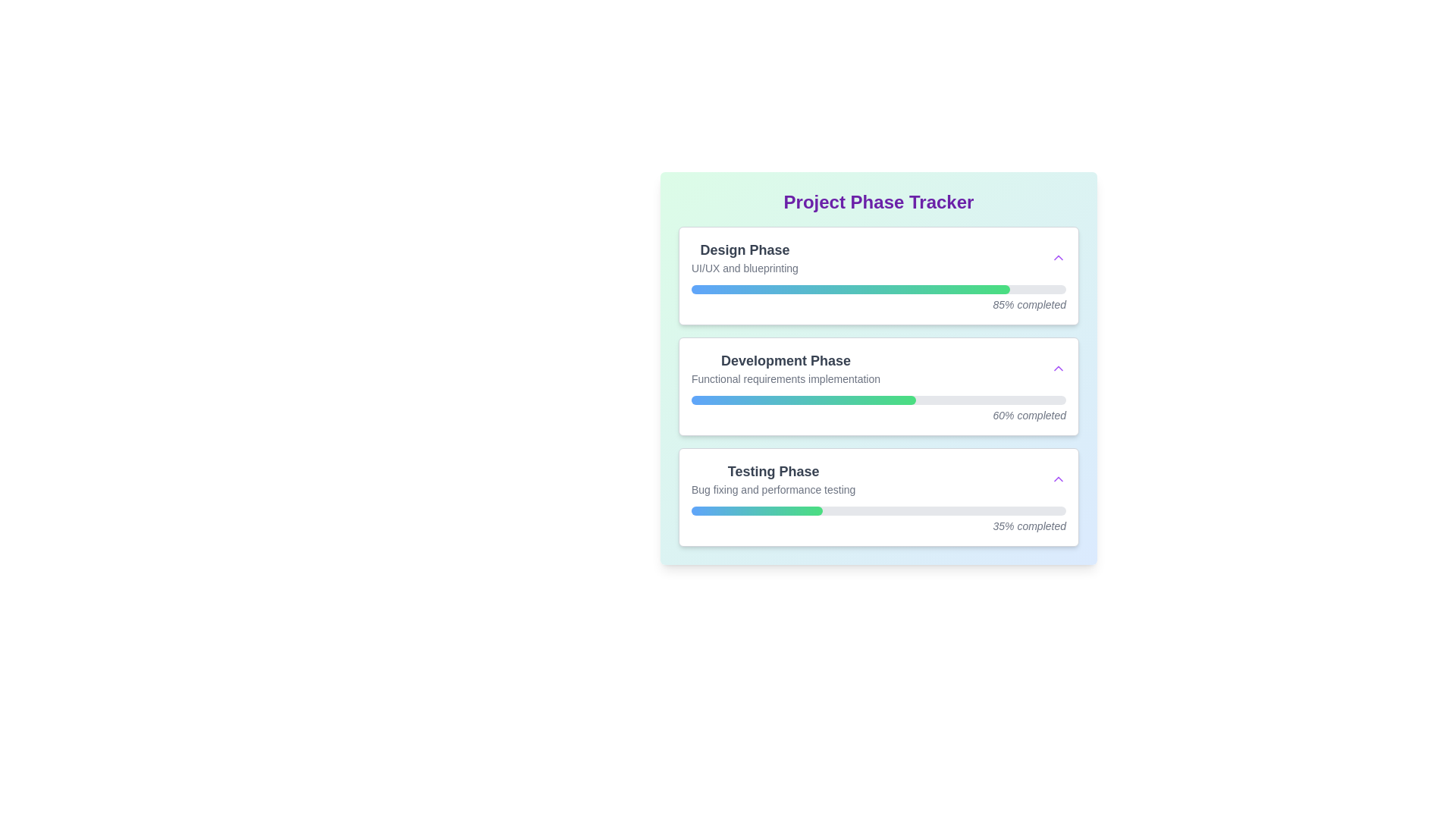  I want to click on texts displayed in the title and subtitle block that describes the 'Development Phase' and 'Functional requirements implementation' located in the second card from the top, so click(878, 369).